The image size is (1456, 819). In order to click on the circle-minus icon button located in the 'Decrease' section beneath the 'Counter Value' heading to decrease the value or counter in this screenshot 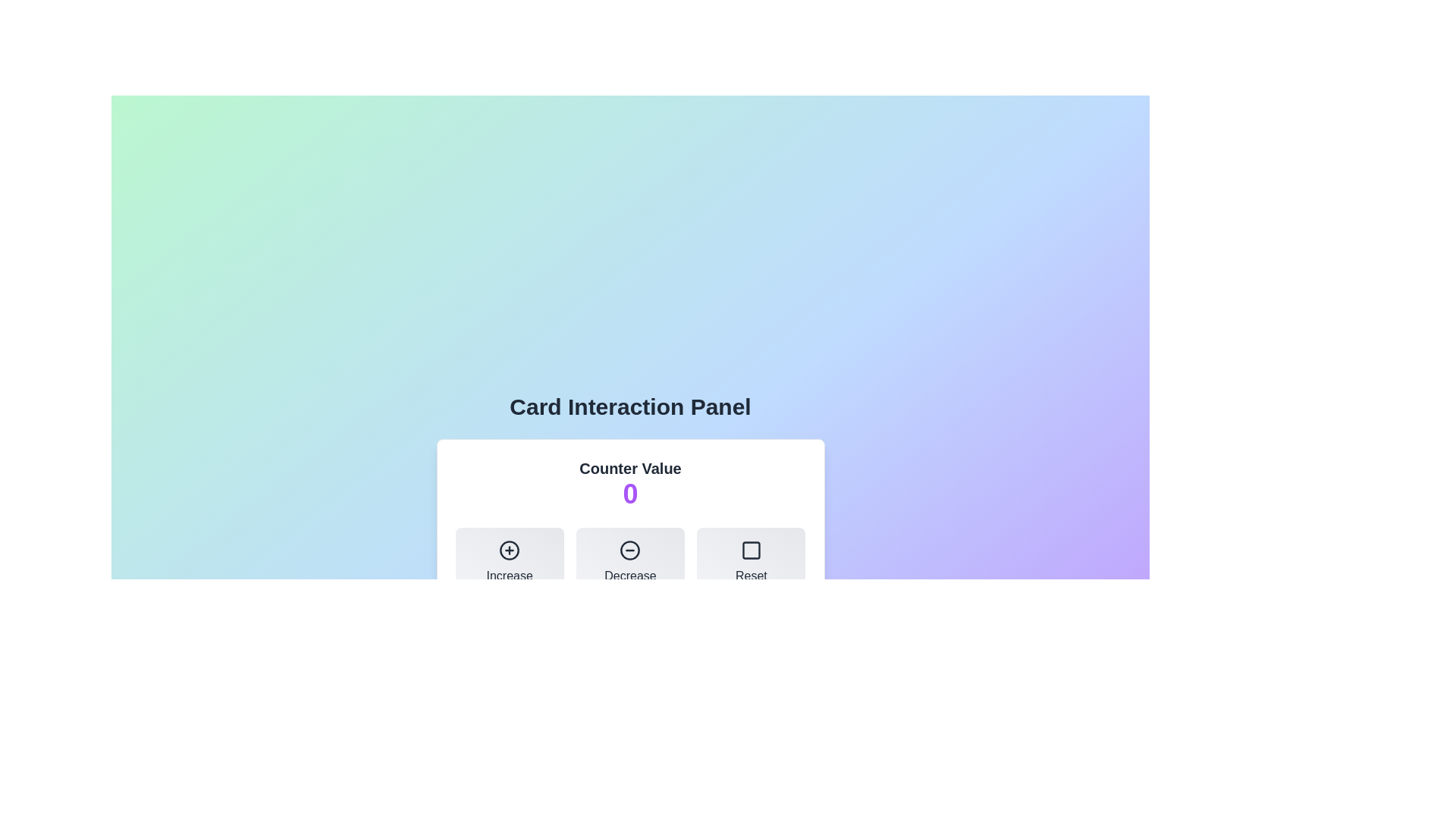, I will do `click(630, 550)`.